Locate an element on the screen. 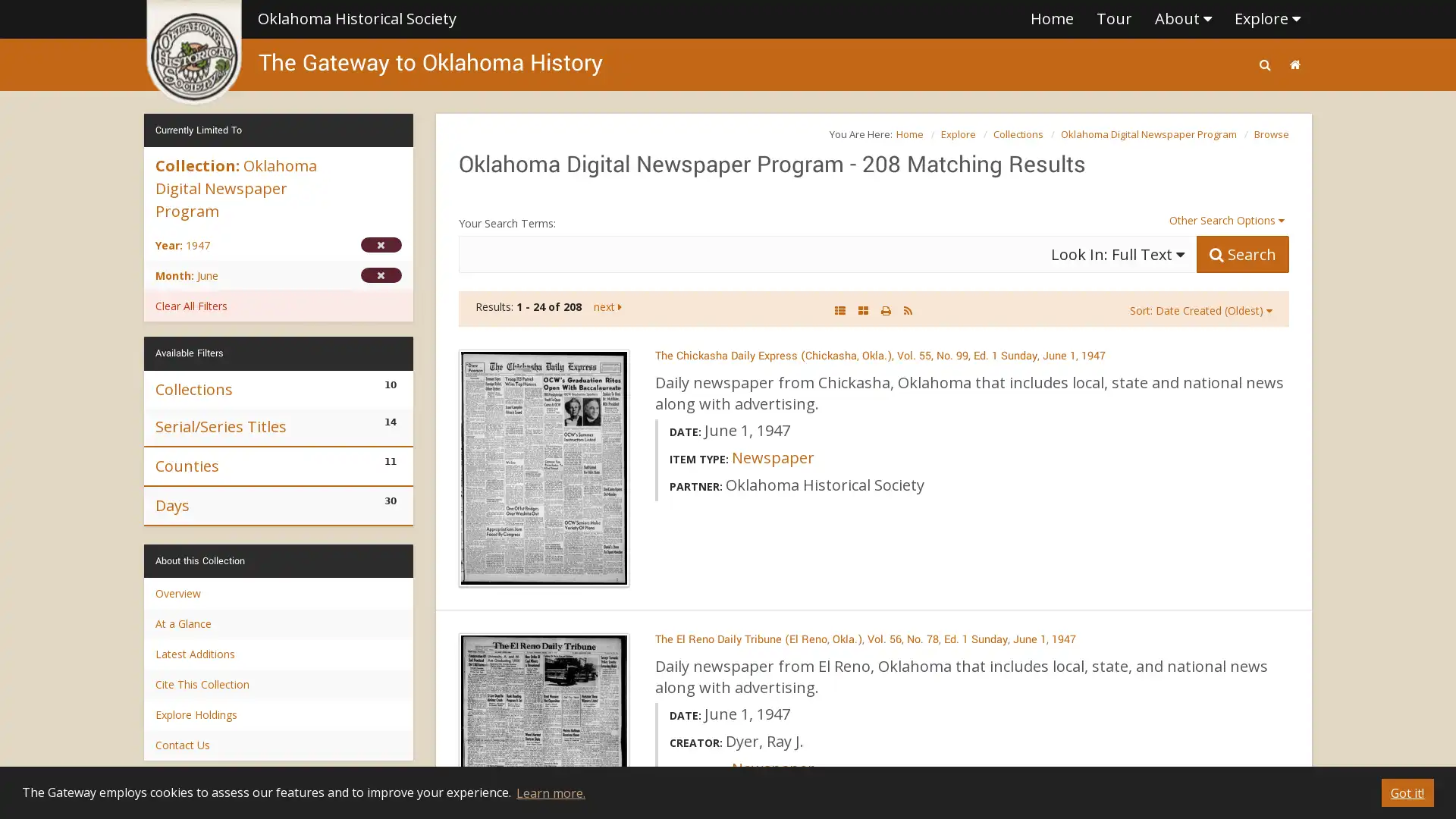 Image resolution: width=1456 pixels, height=819 pixels. Submit Search Query is located at coordinates (1242, 253).